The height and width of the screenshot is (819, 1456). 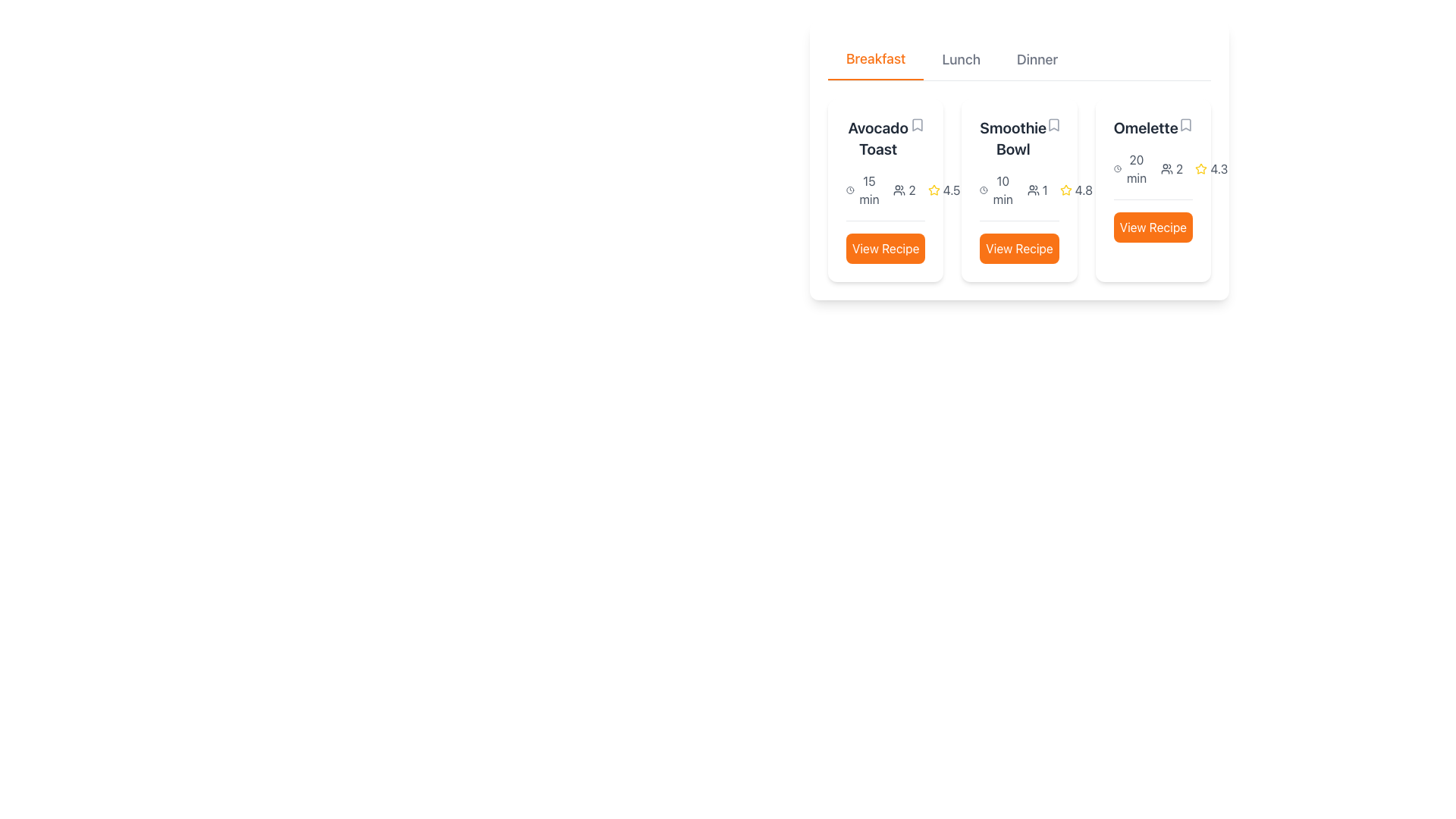 What do you see at coordinates (911, 189) in the screenshot?
I see `the text element displaying '2', which is located next to the user group icon in the 'Avocado Toast' card of the 'Breakfast' section` at bounding box center [911, 189].